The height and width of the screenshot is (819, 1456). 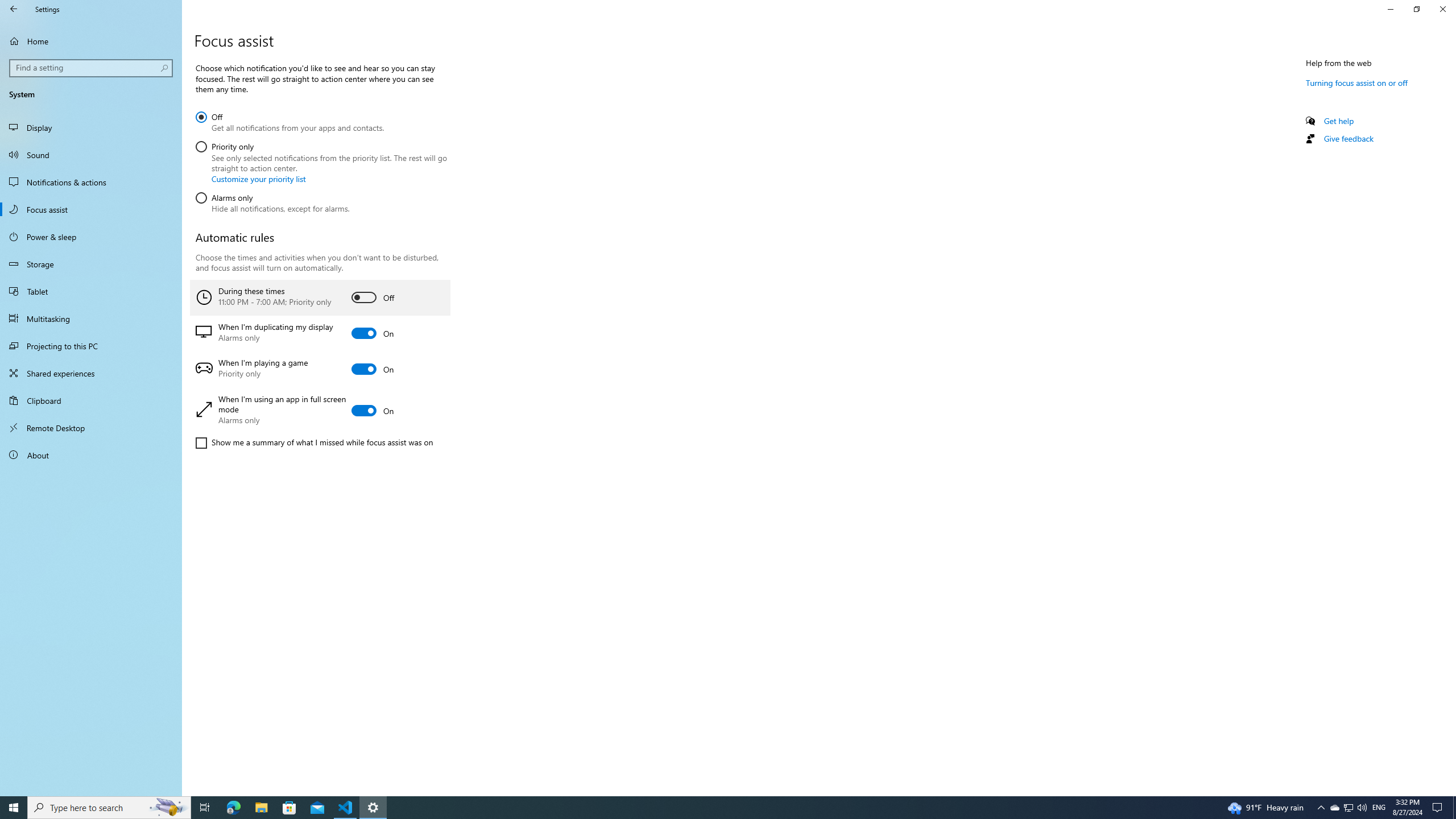 What do you see at coordinates (91, 67) in the screenshot?
I see `'Search box, Find a setting'` at bounding box center [91, 67].